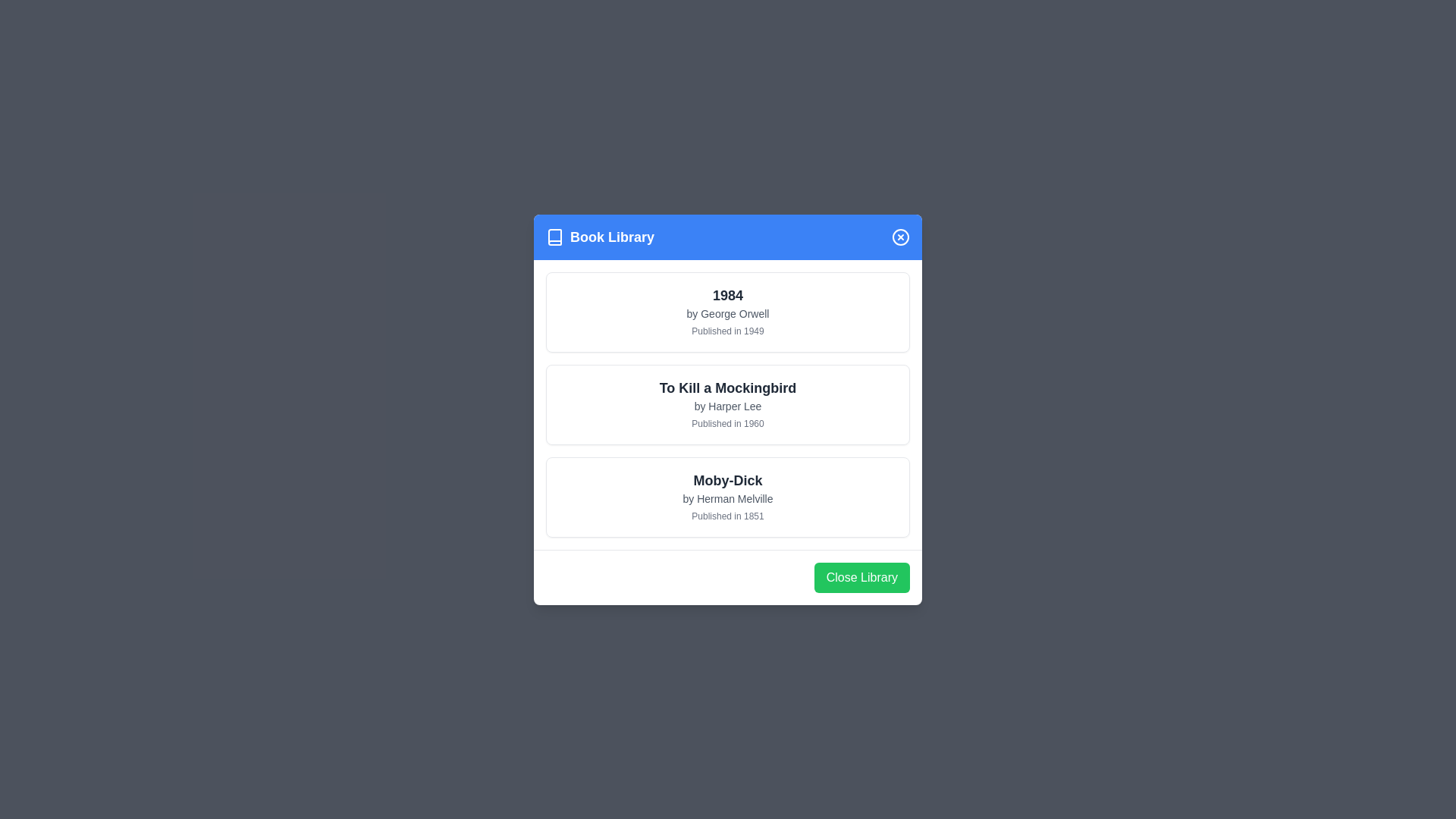 The width and height of the screenshot is (1456, 819). What do you see at coordinates (861, 577) in the screenshot?
I see `the 'Close Library' button to close the dialog` at bounding box center [861, 577].